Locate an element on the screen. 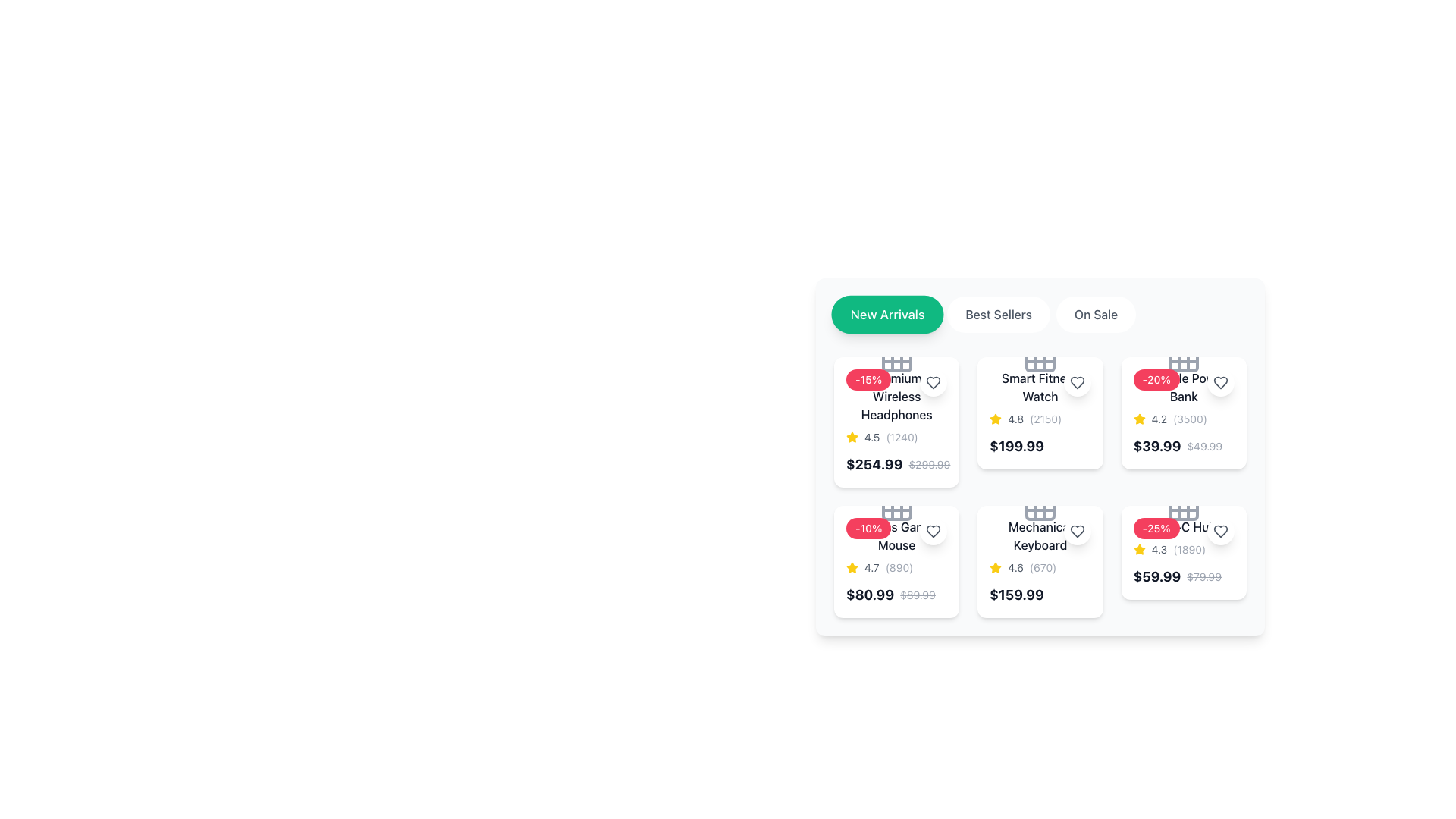  the red badge displaying '-10%' with white text, located near the top-left corner of the second card in the left column of the product grid is located at coordinates (868, 528).